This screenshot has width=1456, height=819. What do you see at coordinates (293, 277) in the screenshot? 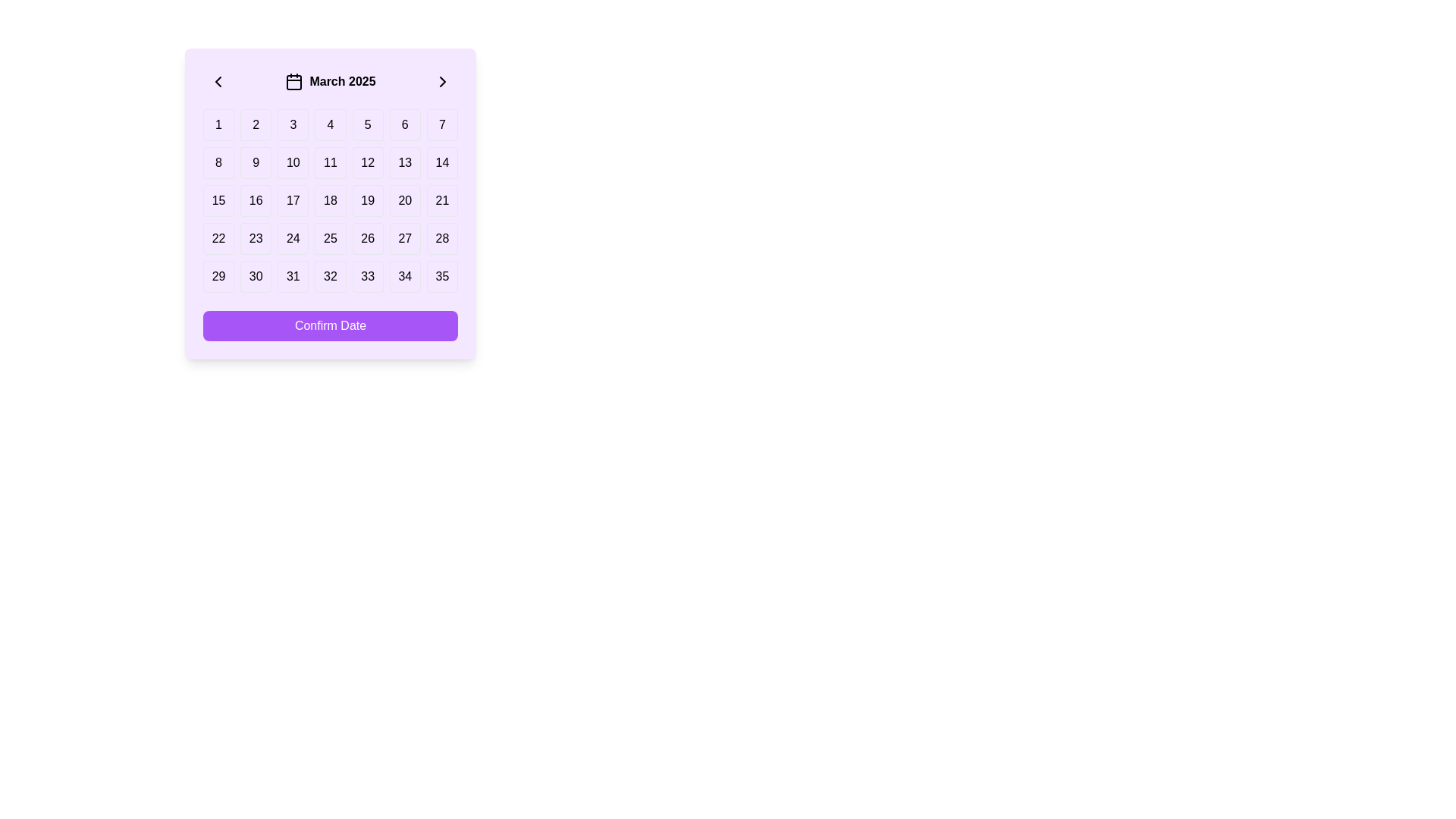
I see `to select the calendar day cell for March 31, 2025, which is located in the fifth row and third column of the calendar grid` at bounding box center [293, 277].